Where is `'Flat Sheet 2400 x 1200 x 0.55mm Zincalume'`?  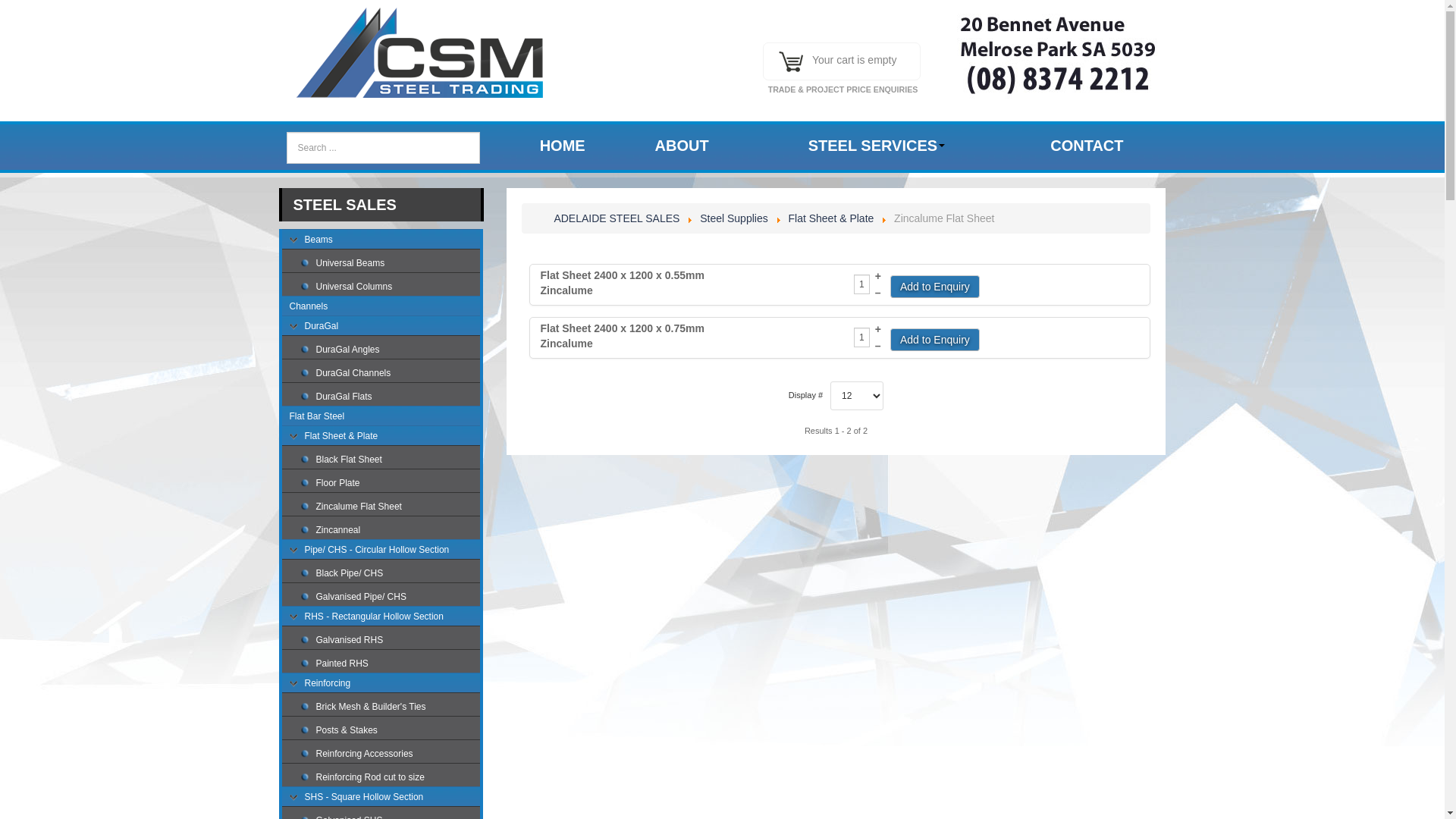 'Flat Sheet 2400 x 1200 x 0.55mm Zincalume' is located at coordinates (629, 283).